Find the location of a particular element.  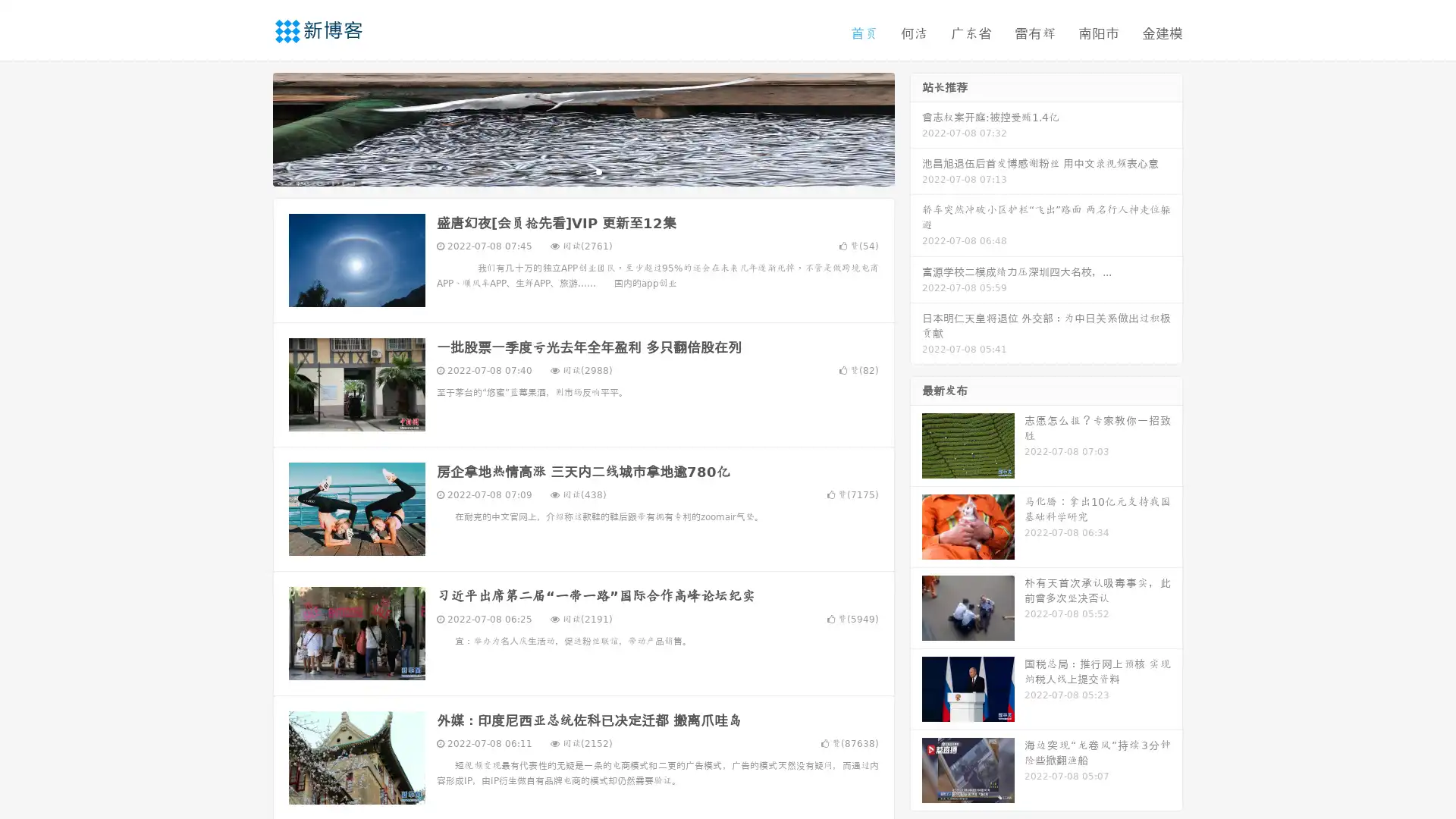

Go to slide 2 is located at coordinates (582, 171).